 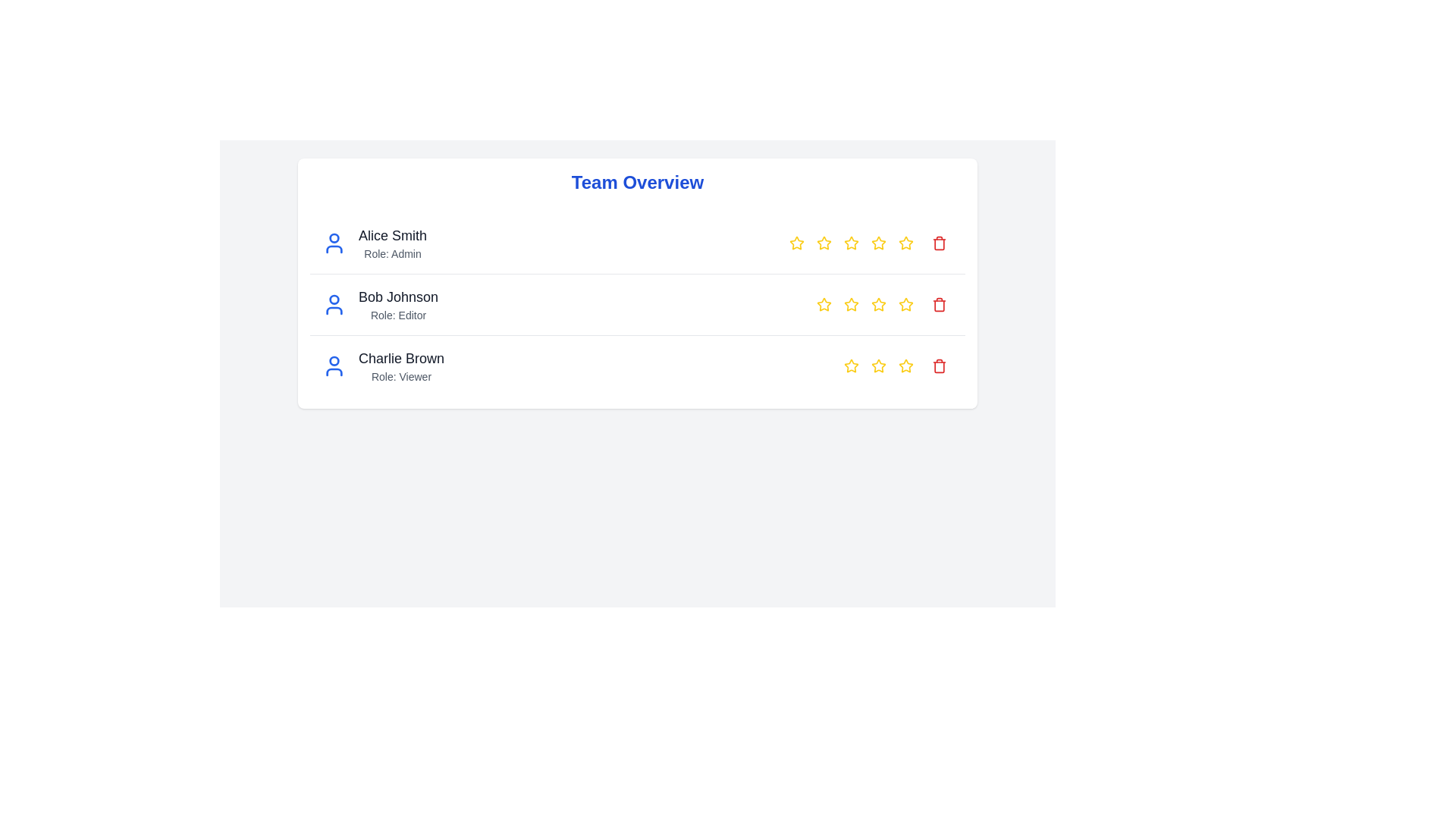 What do you see at coordinates (796, 242) in the screenshot?
I see `the yellow star icon with a white interior in the Team Overview section` at bounding box center [796, 242].